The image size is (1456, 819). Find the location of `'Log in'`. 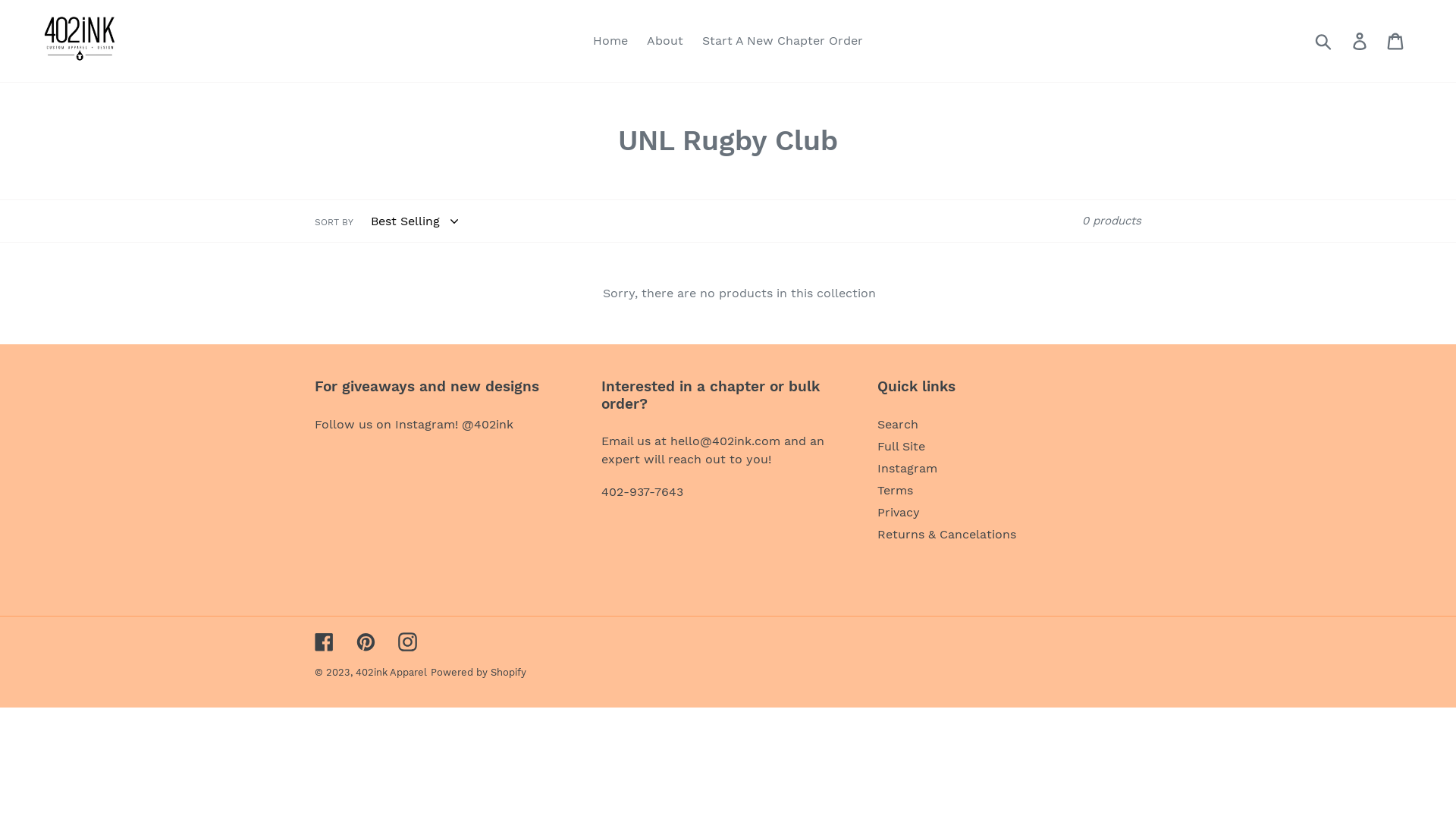

'Log in' is located at coordinates (1360, 40).